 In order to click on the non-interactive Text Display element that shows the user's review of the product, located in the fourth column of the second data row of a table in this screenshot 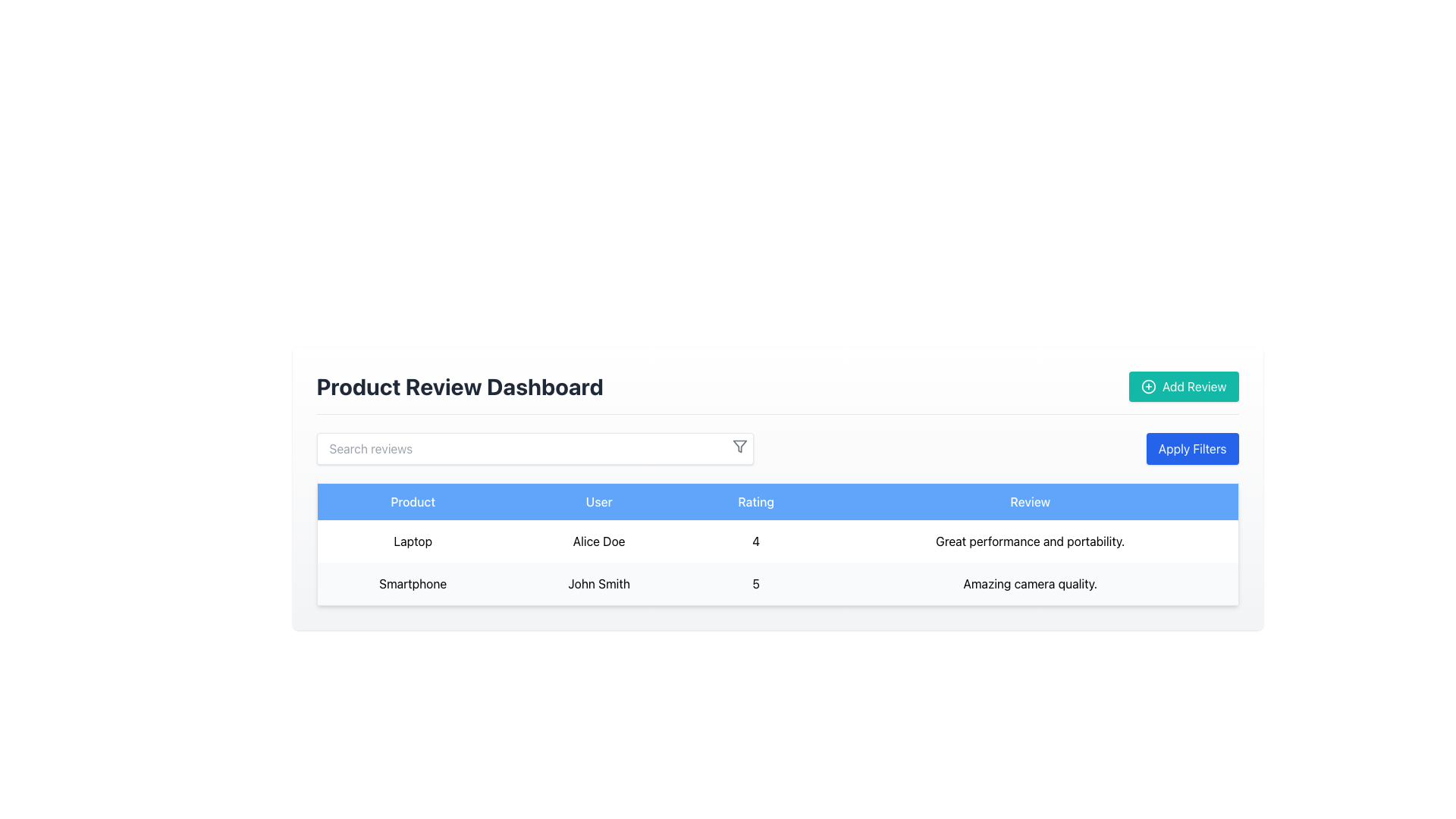, I will do `click(1031, 583)`.